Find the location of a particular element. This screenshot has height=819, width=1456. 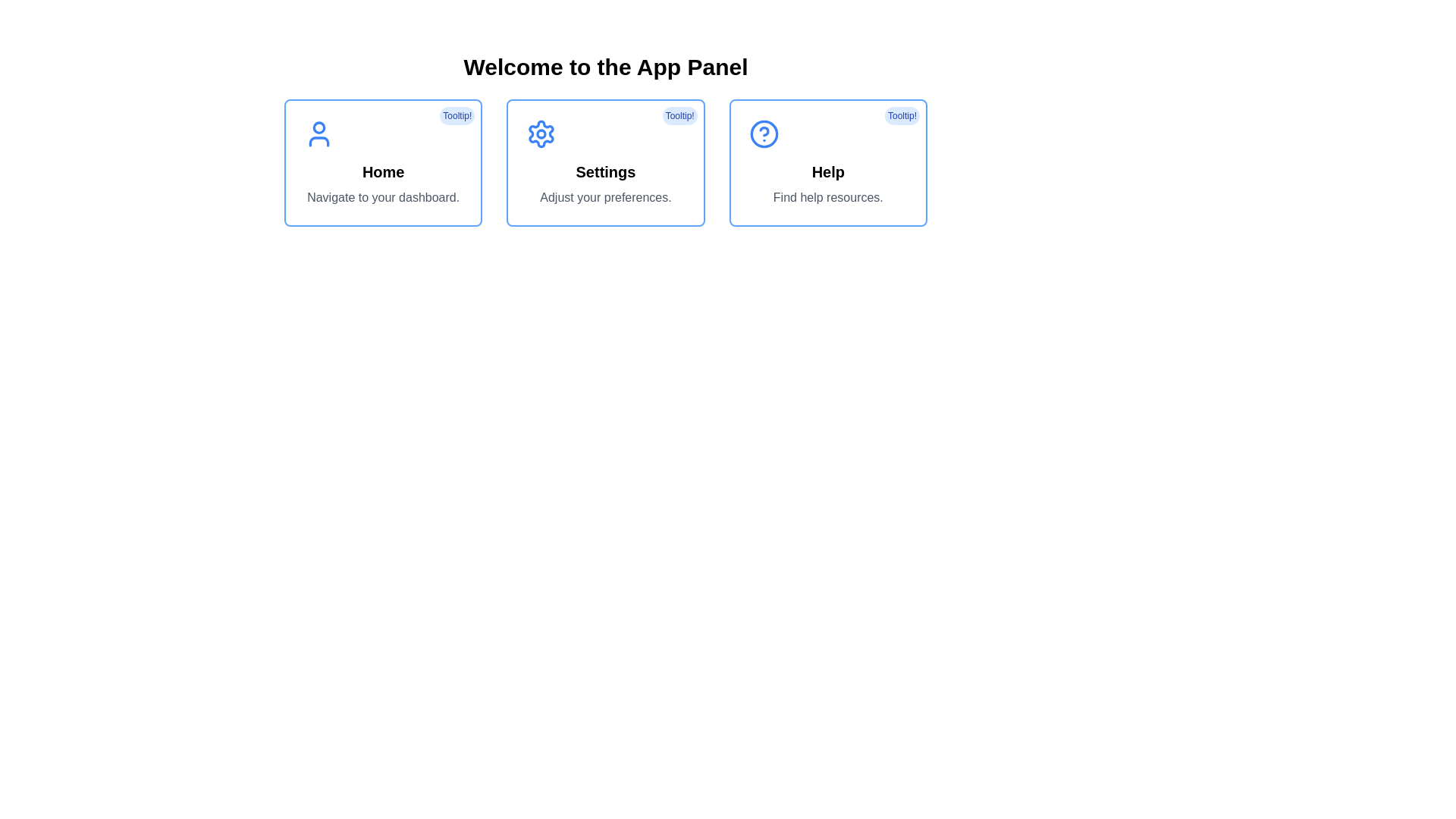

the large heading with the text 'Welcome to the App Panel' which is positioned at the top center of the interface is located at coordinates (604, 66).